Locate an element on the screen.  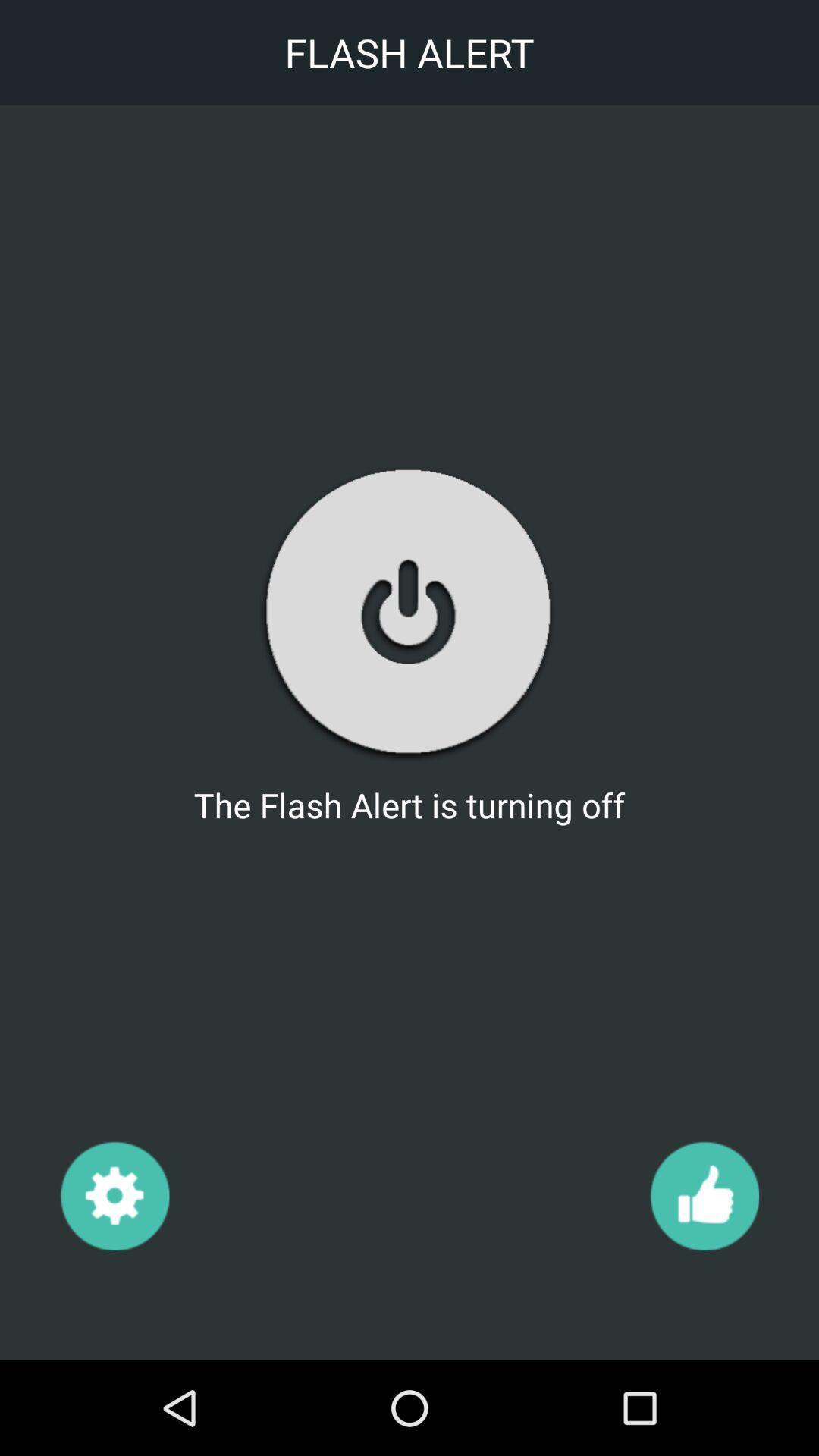
the settings icon is located at coordinates (114, 1194).